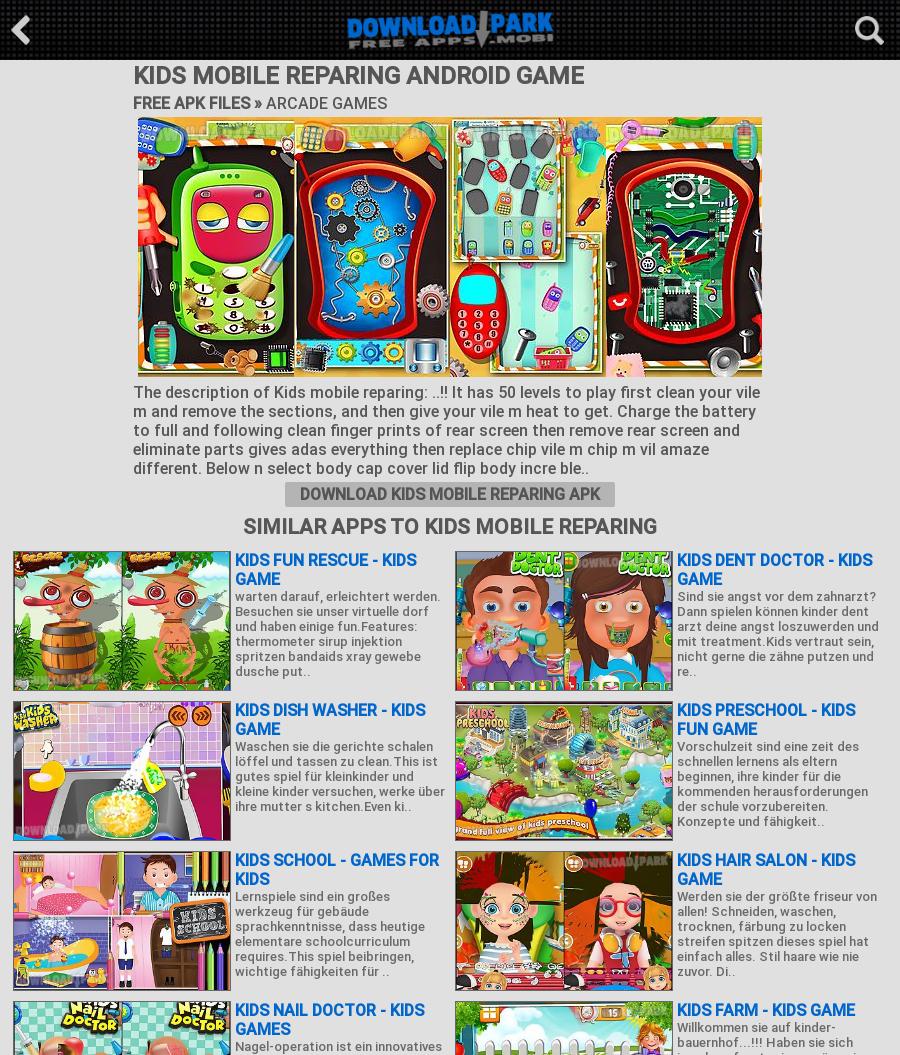 Image resolution: width=900 pixels, height=1055 pixels. What do you see at coordinates (324, 569) in the screenshot?
I see `'Kids fun rescue - kids game'` at bounding box center [324, 569].